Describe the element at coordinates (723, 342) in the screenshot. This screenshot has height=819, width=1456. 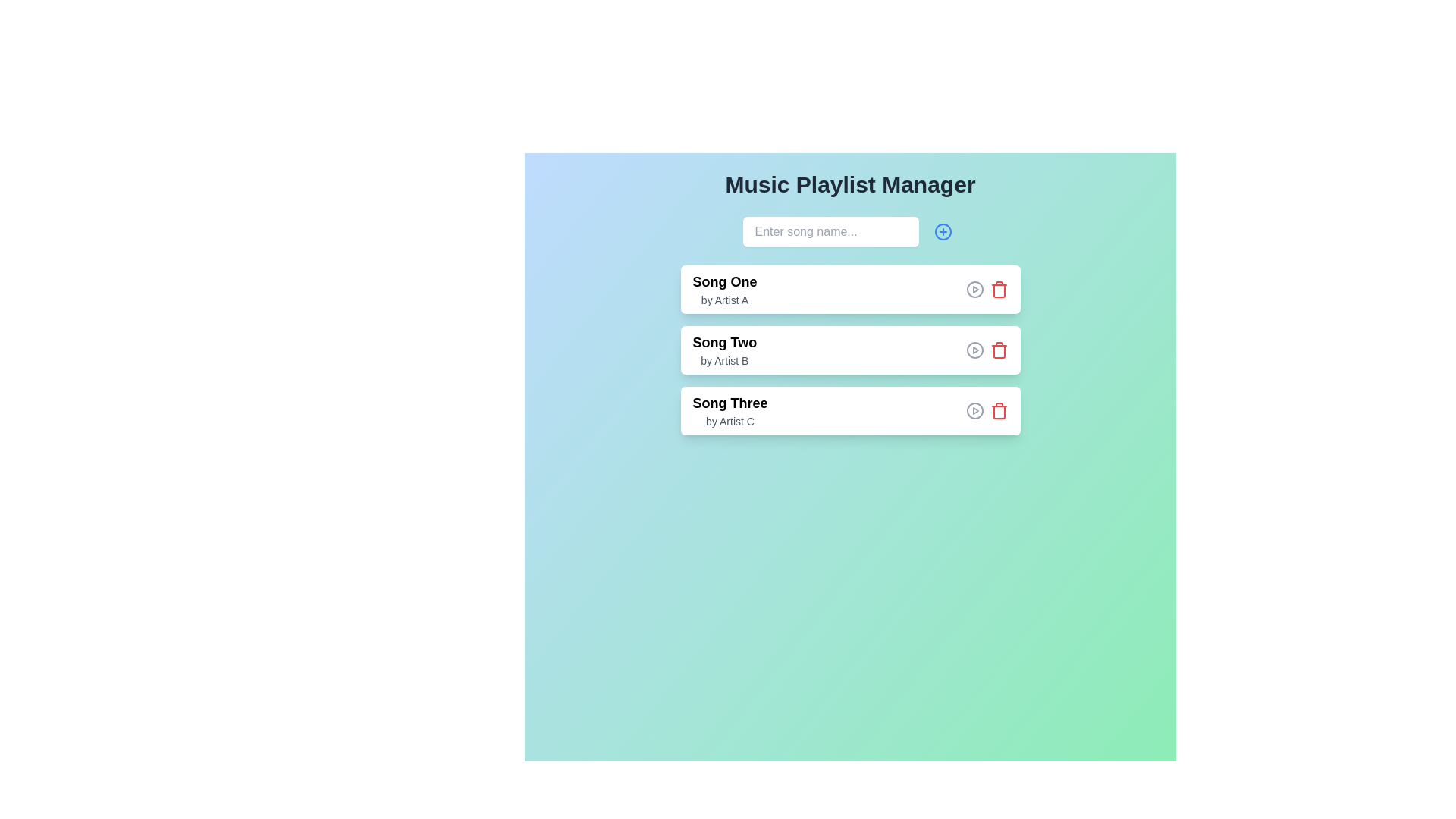
I see `text of the title label for the second song in the playlist management interface, which is positioned in the second row and aligned to the left` at that location.